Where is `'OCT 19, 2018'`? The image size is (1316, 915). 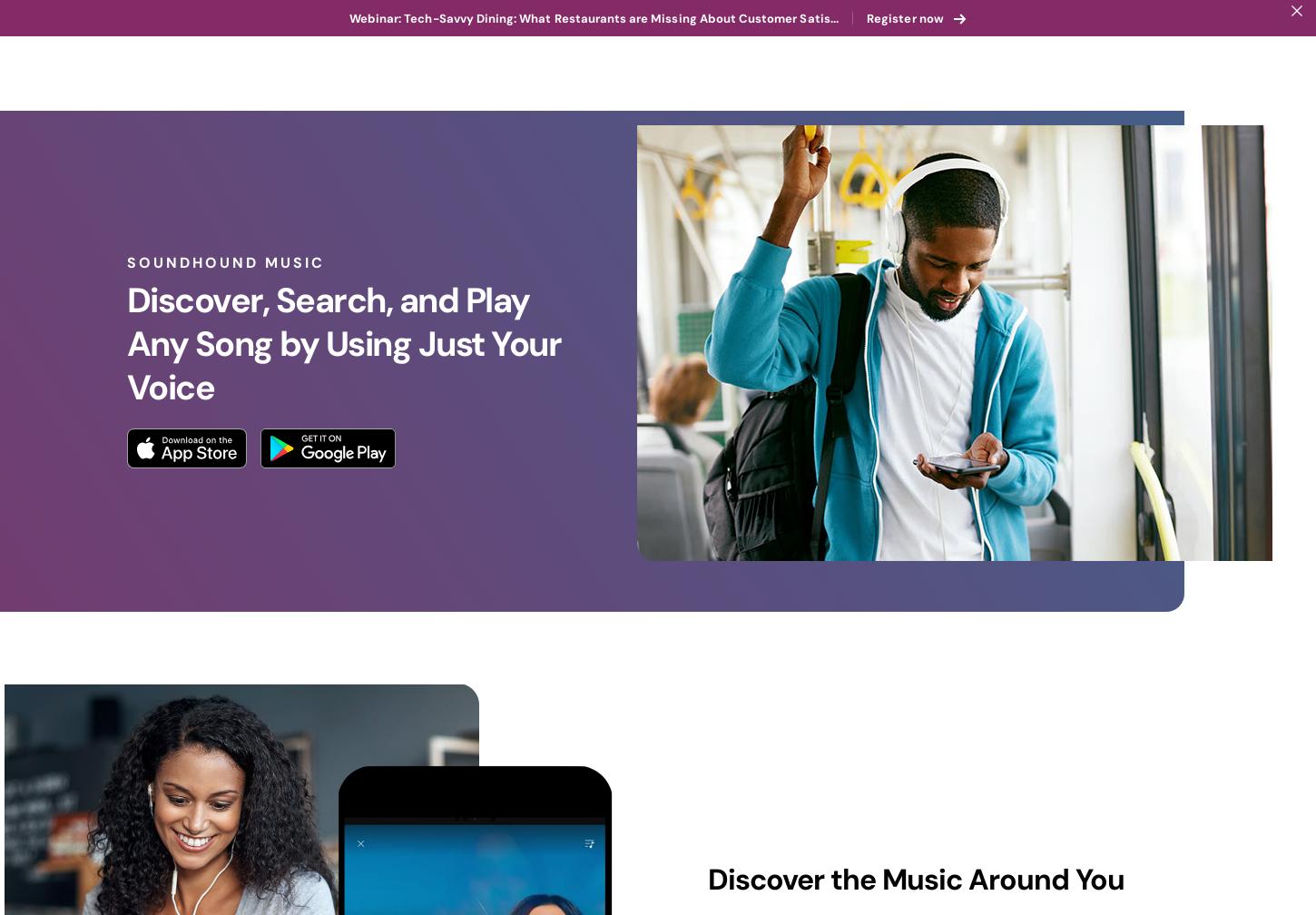
'OCT 19, 2018' is located at coordinates (1019, 832).